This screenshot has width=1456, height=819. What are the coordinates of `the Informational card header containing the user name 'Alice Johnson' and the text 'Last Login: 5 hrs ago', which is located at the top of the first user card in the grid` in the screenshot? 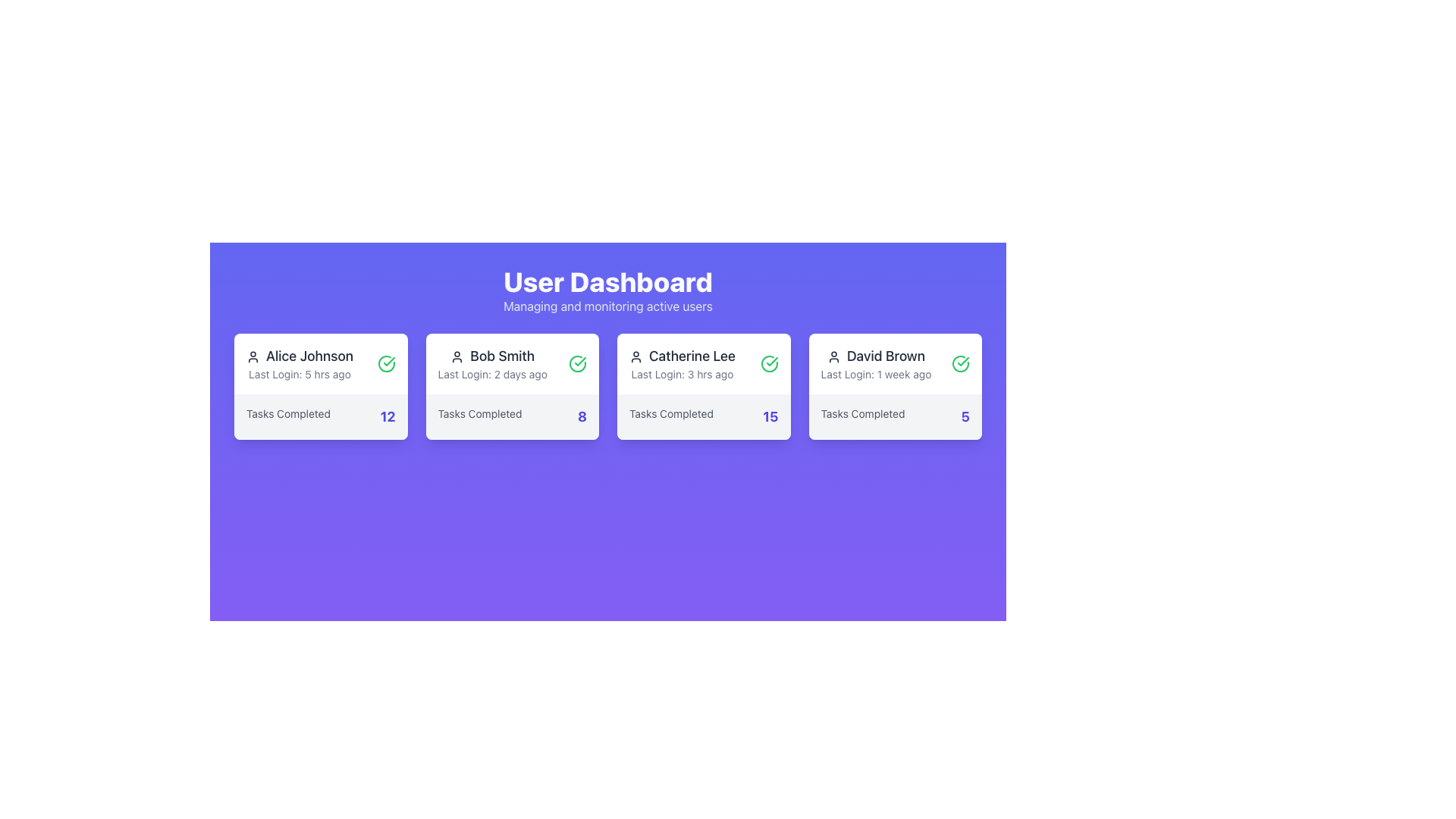 It's located at (320, 363).